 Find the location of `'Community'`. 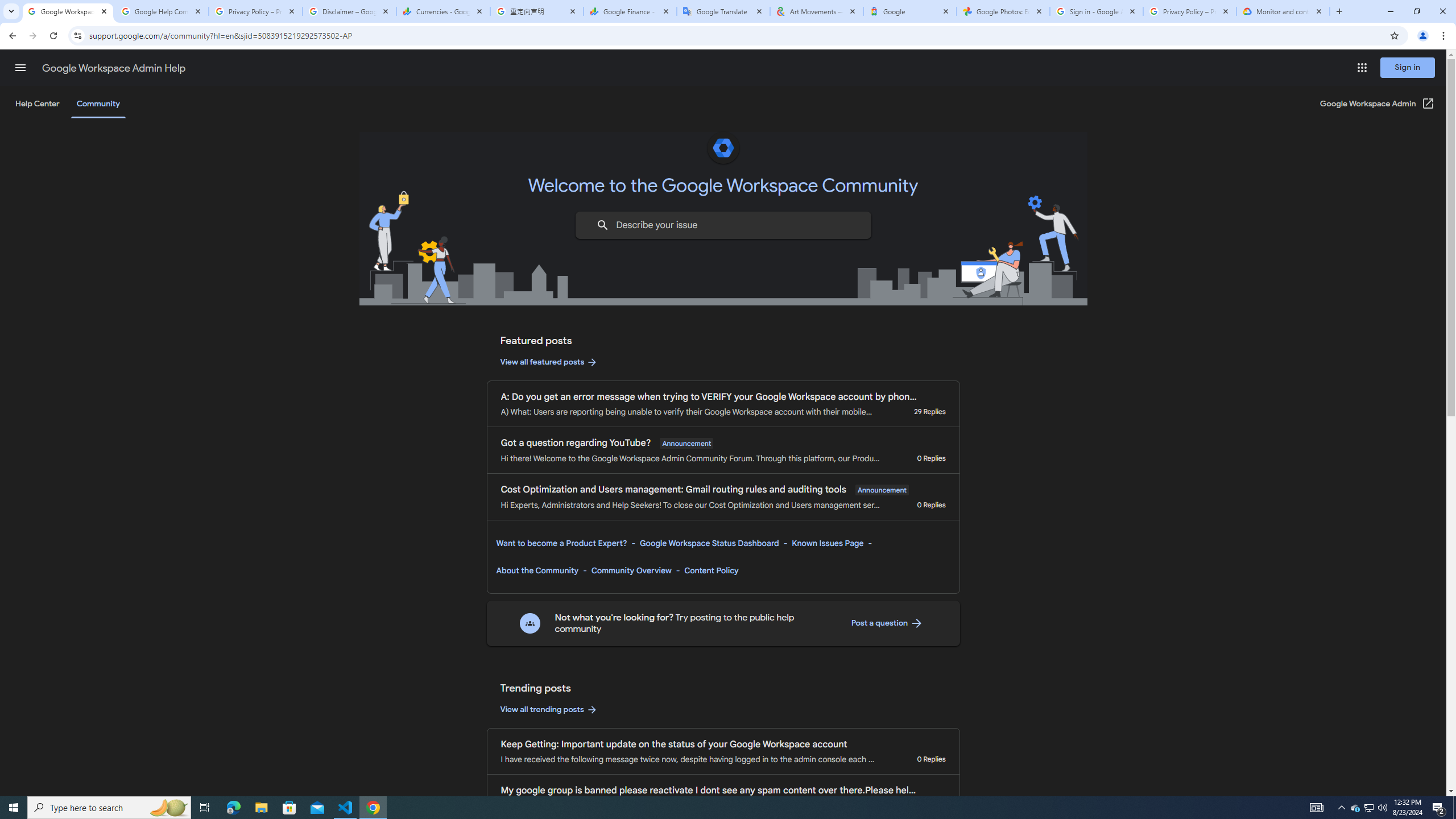

'Community' is located at coordinates (97, 103).